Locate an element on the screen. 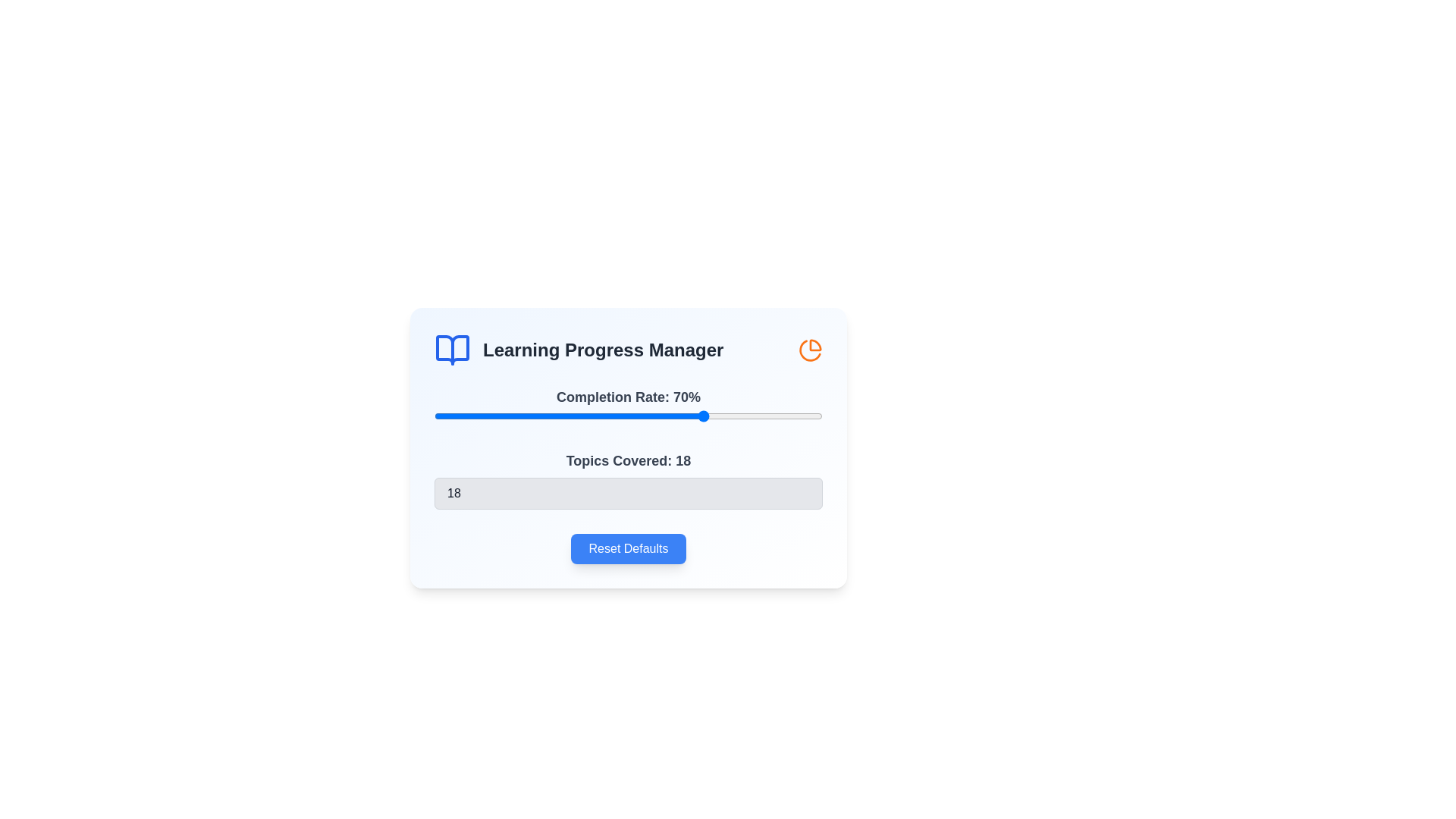 The image size is (1456, 819). the completion rate slider to 80% is located at coordinates (745, 416).